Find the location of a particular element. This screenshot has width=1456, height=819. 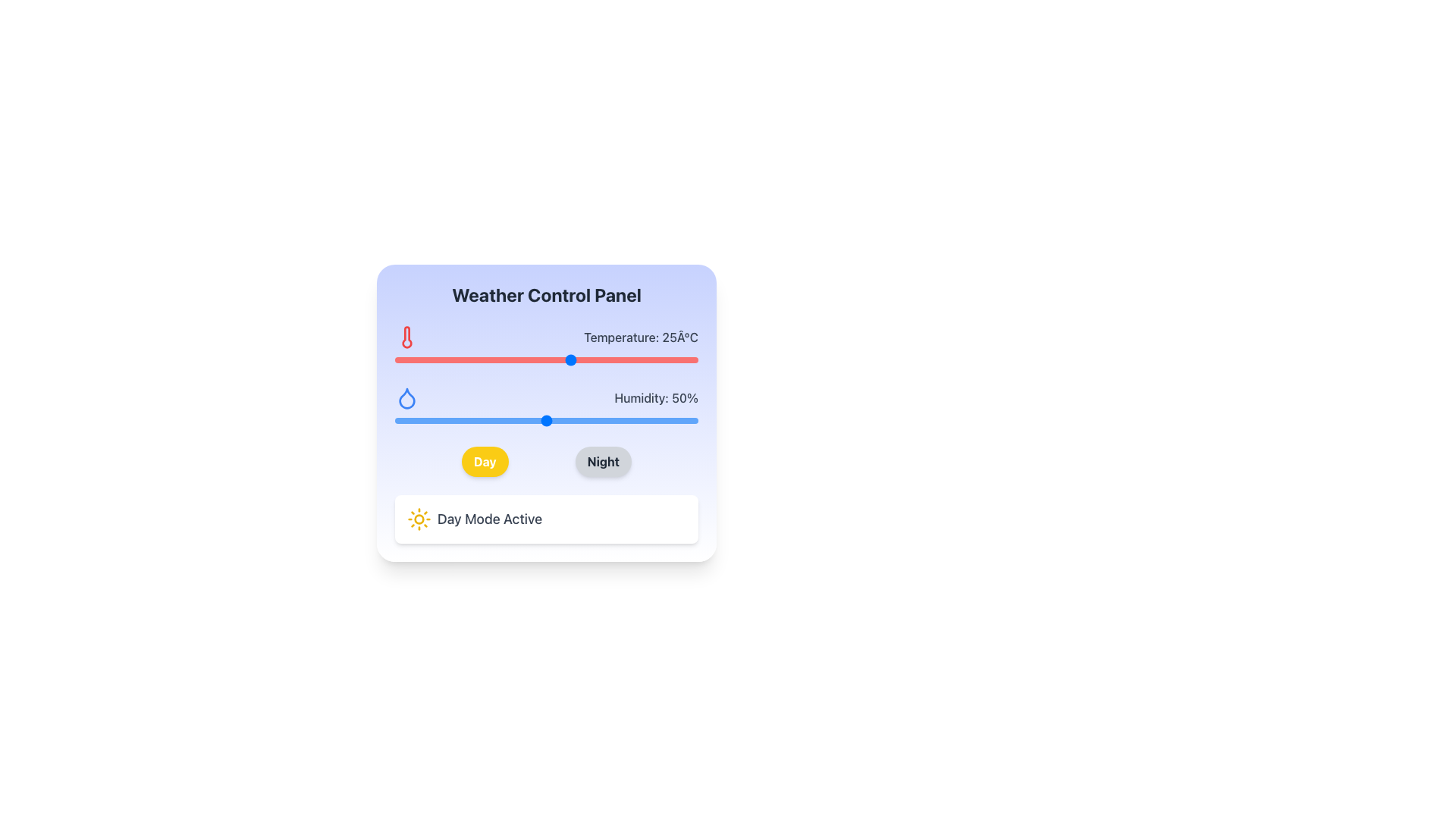

the static text displaying the current temperature value, which is located to the right of the thermometer icon and above a red progress bar is located at coordinates (641, 336).